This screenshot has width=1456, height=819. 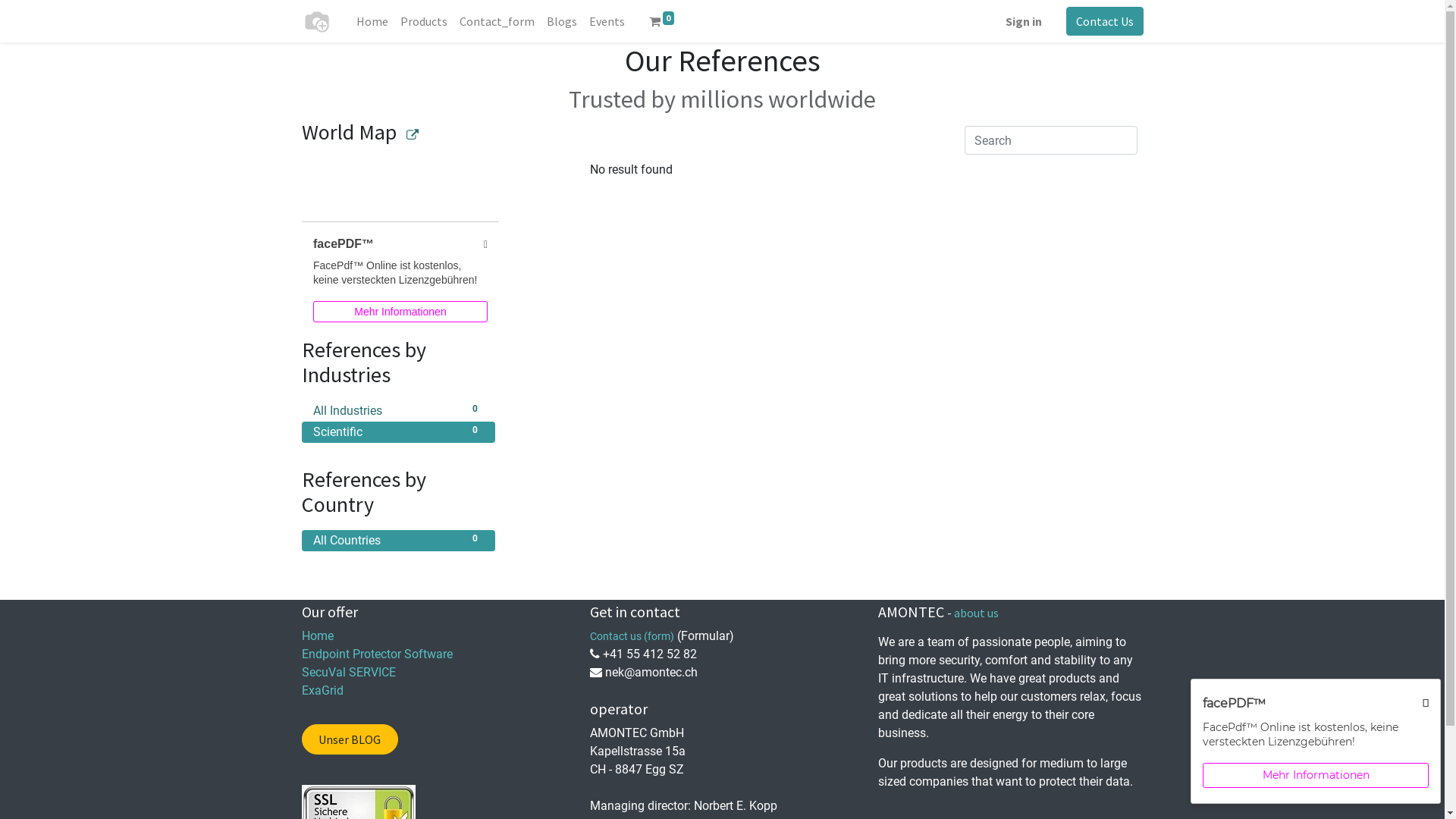 I want to click on 'External link', so click(x=406, y=133).